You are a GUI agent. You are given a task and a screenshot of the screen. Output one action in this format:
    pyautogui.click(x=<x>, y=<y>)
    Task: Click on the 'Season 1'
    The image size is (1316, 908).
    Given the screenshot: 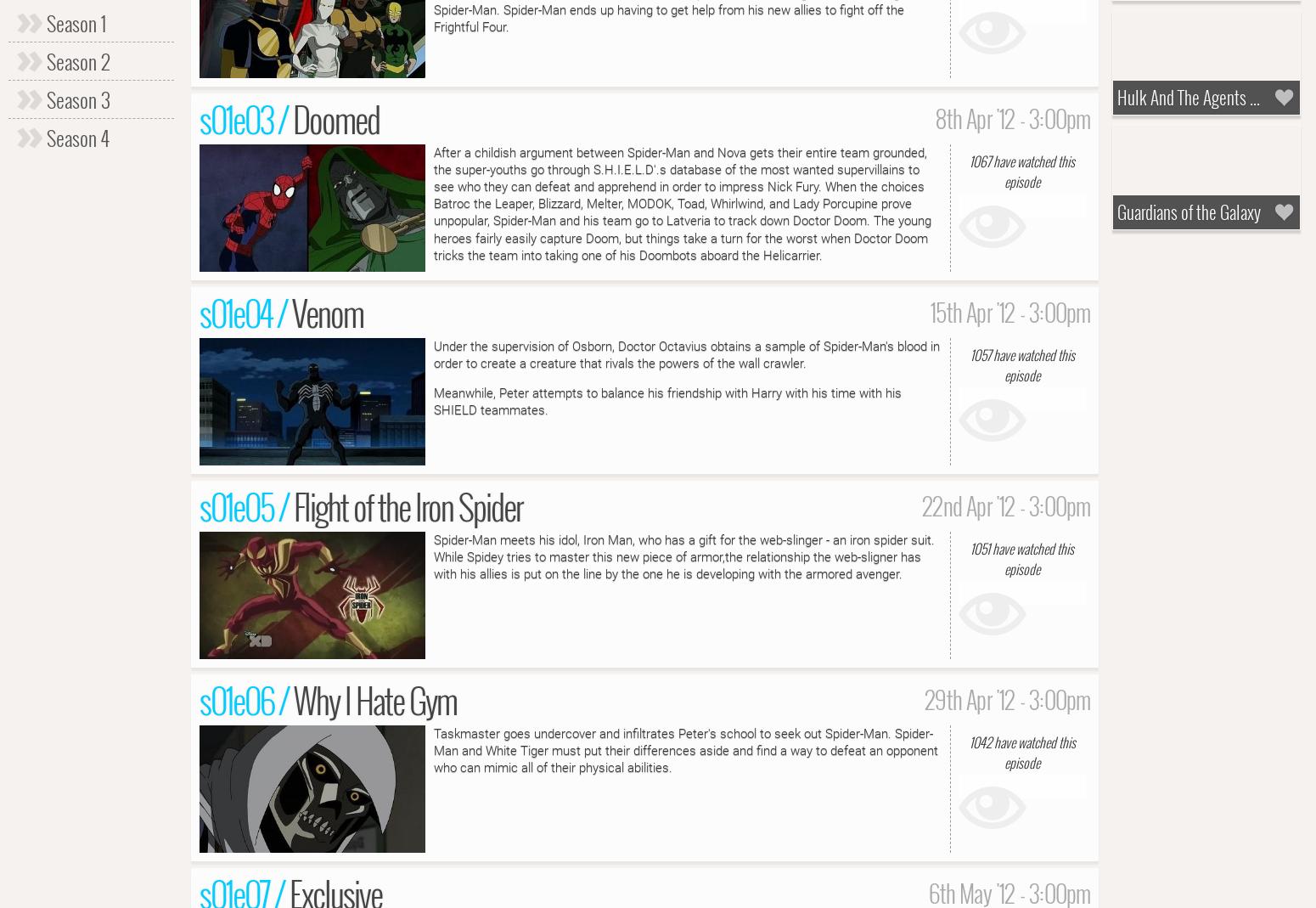 What is the action you would take?
    pyautogui.click(x=74, y=22)
    